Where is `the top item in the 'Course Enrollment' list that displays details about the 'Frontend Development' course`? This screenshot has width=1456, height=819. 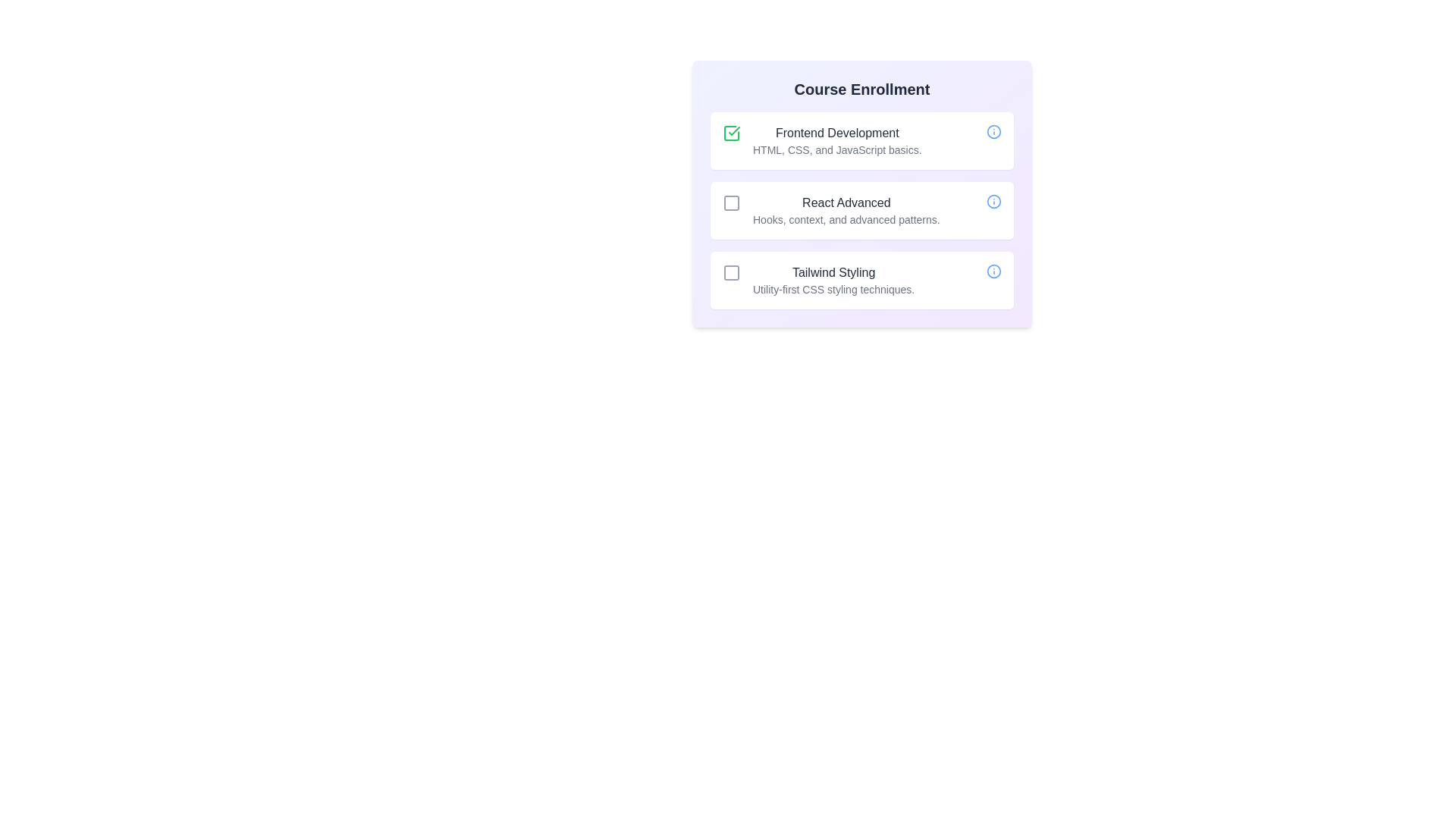
the top item in the 'Course Enrollment' list that displays details about the 'Frontend Development' course is located at coordinates (836, 140).